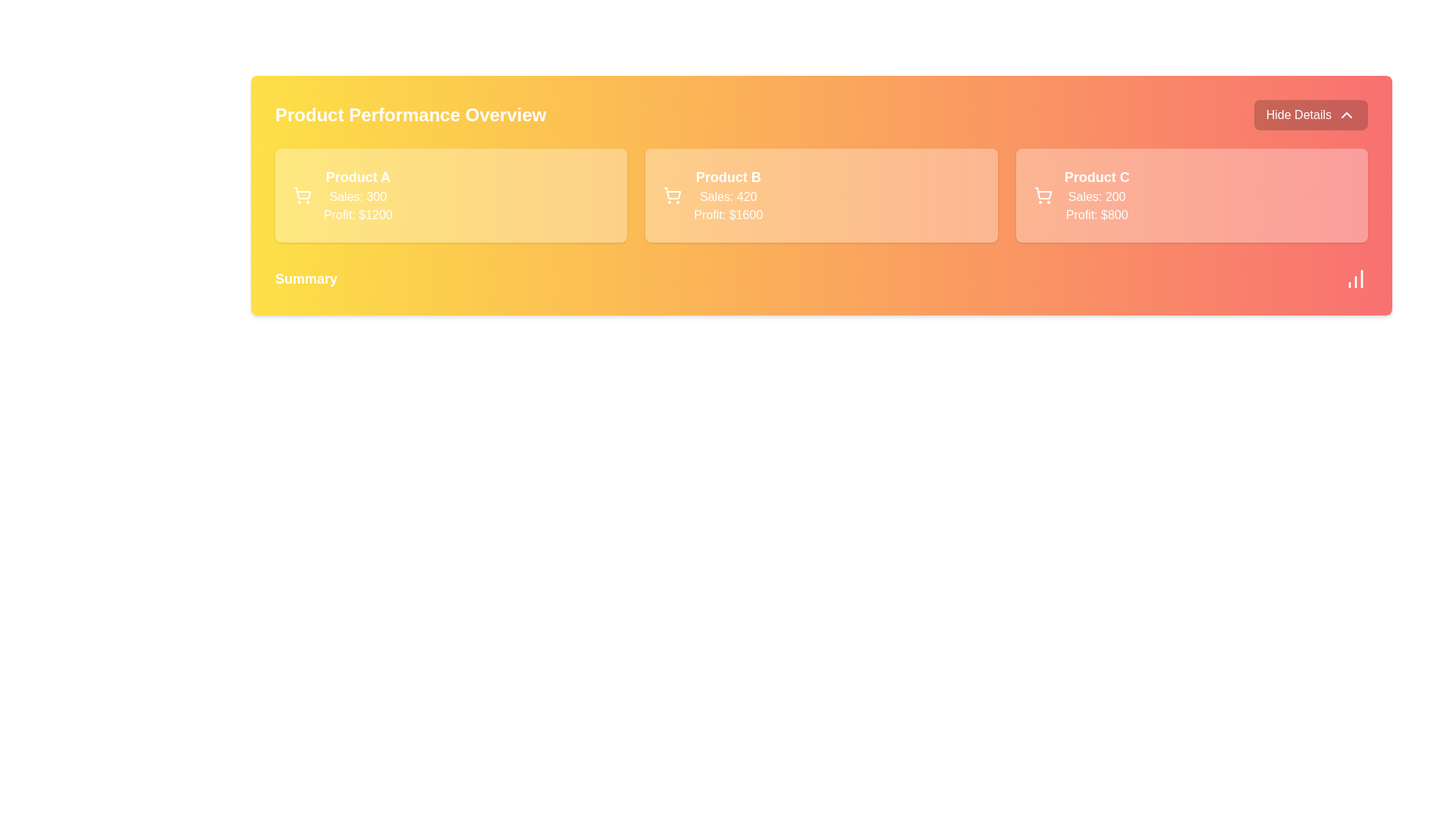  What do you see at coordinates (1042, 195) in the screenshot?
I see `the shopping cart icon located at the top-left corner of the 'Product C' card in the 'Product Performance Overview' section` at bounding box center [1042, 195].